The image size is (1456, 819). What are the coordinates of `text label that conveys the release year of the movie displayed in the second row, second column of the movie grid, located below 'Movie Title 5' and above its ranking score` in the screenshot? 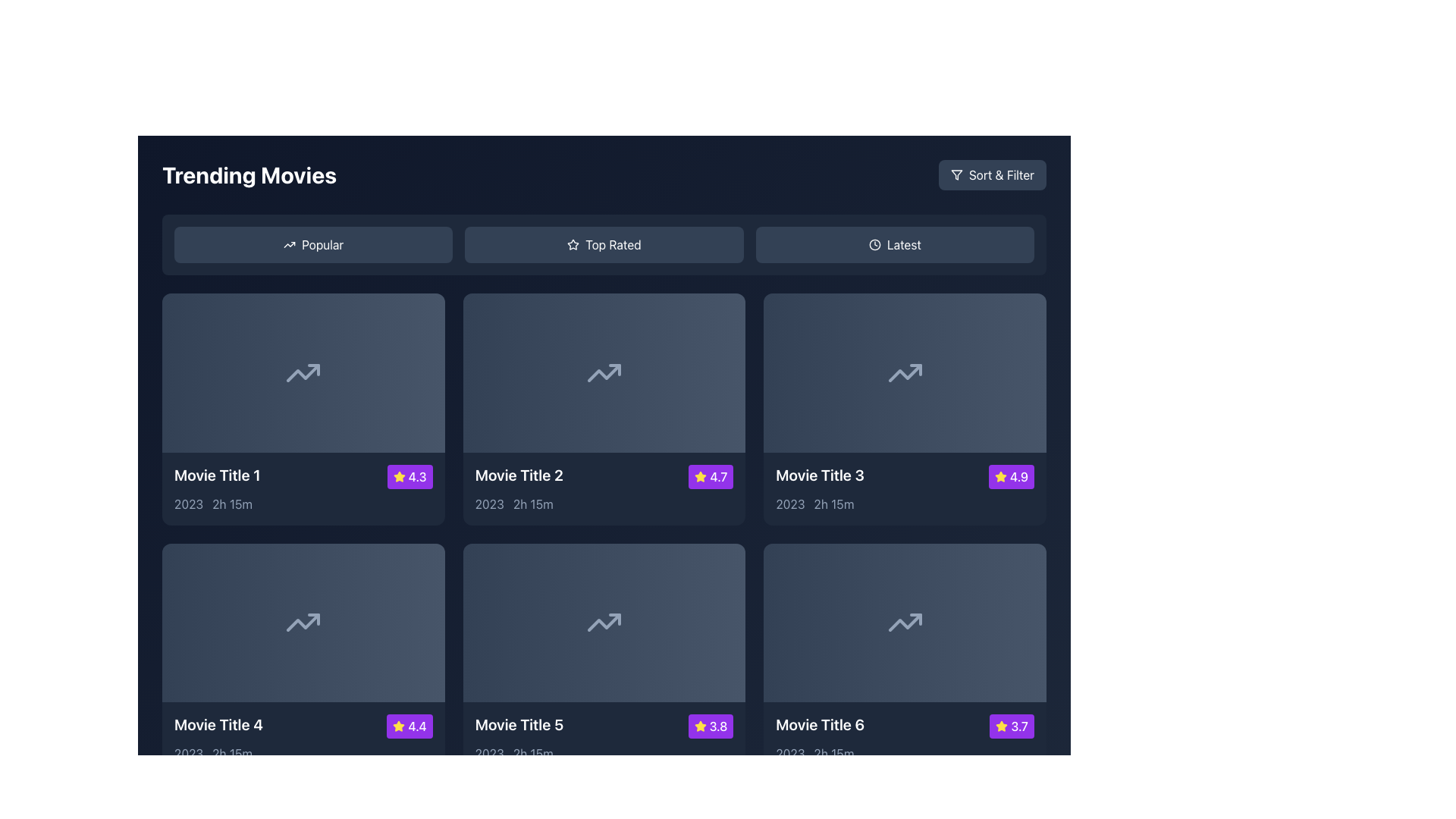 It's located at (489, 754).